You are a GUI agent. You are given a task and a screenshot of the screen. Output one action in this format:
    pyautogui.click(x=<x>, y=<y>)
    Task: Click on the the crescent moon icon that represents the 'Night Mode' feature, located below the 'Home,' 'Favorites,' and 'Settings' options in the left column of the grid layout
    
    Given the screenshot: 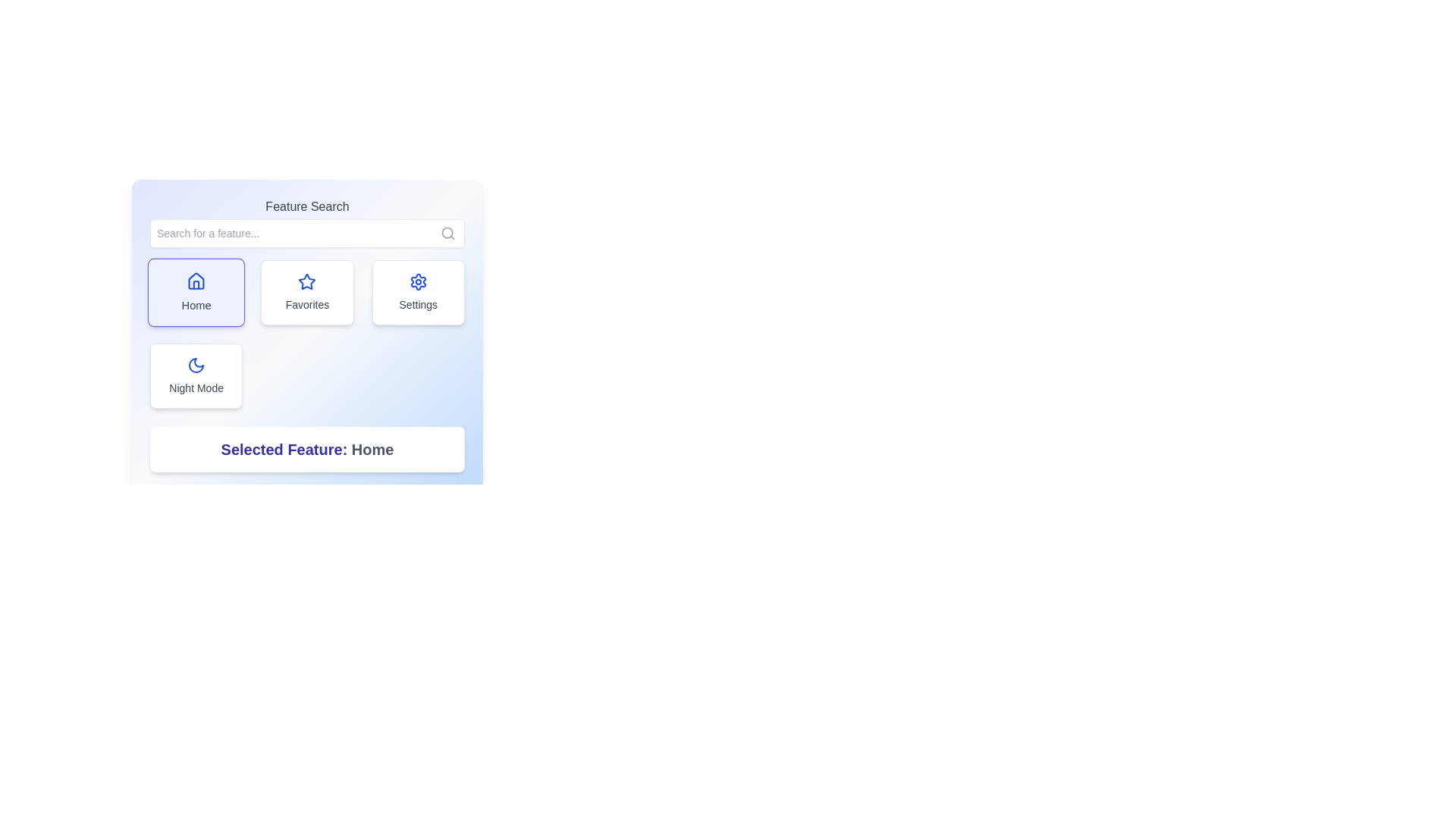 What is the action you would take?
    pyautogui.click(x=196, y=366)
    